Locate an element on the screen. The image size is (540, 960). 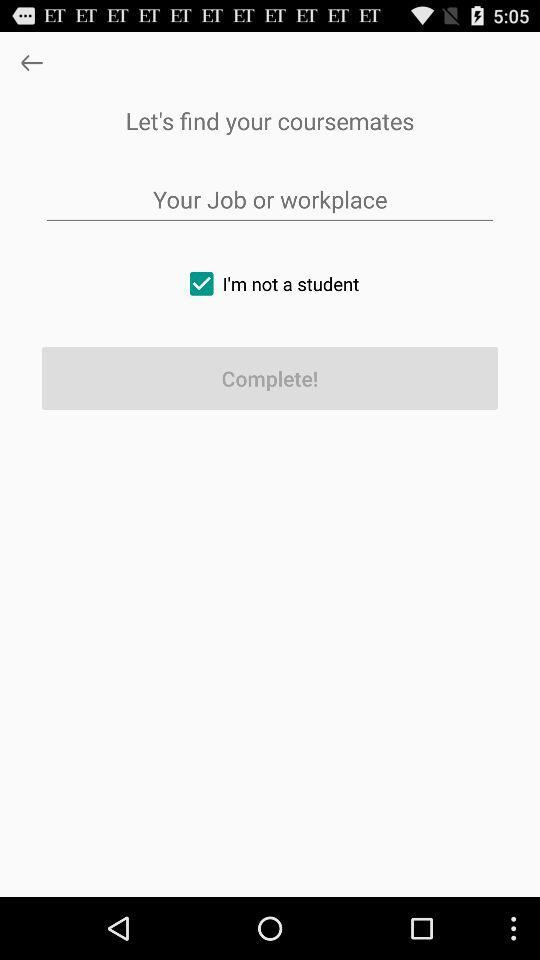
goes back is located at coordinates (30, 62).